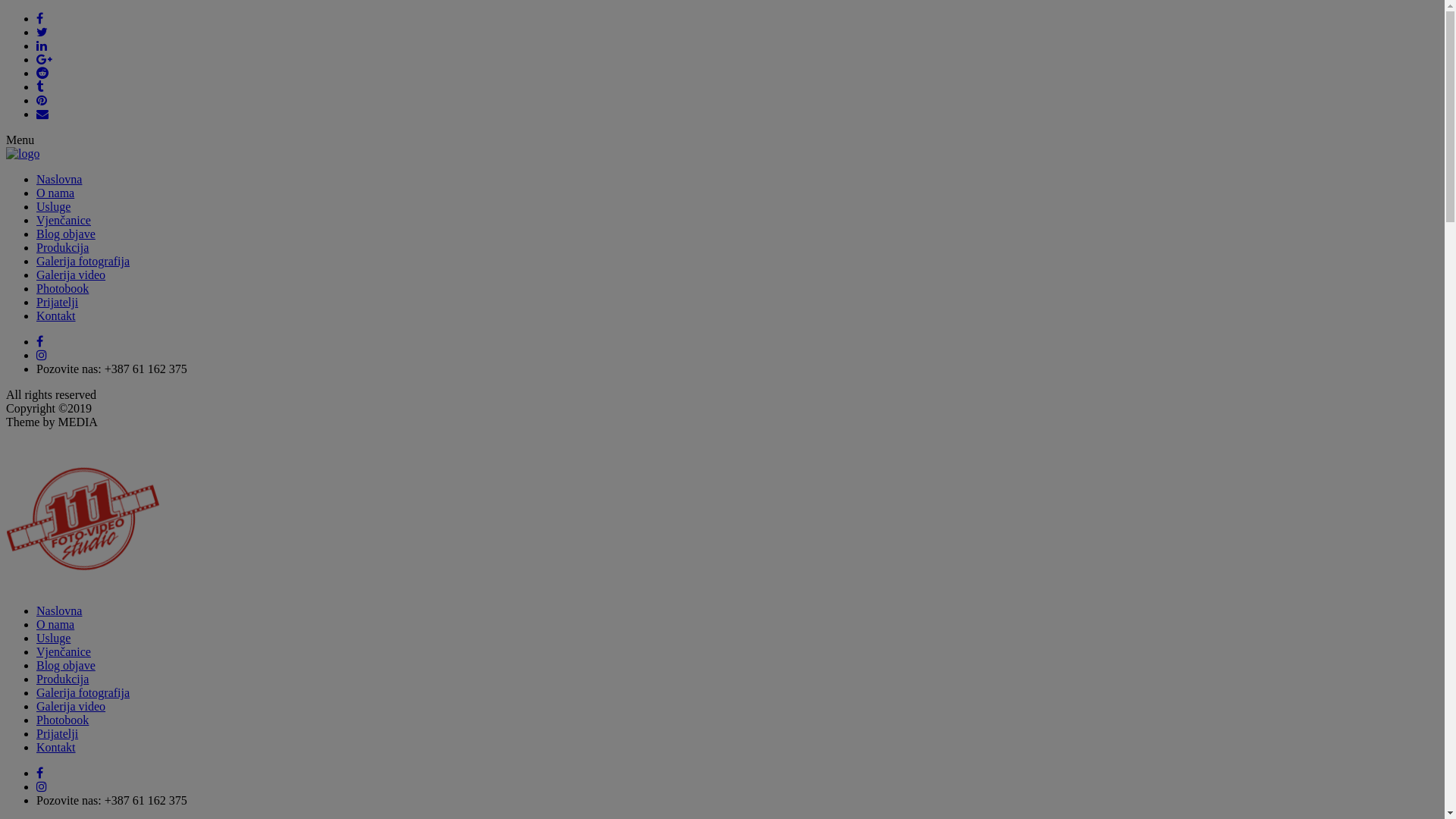 The image size is (1456, 819). I want to click on 'O nama', so click(55, 192).